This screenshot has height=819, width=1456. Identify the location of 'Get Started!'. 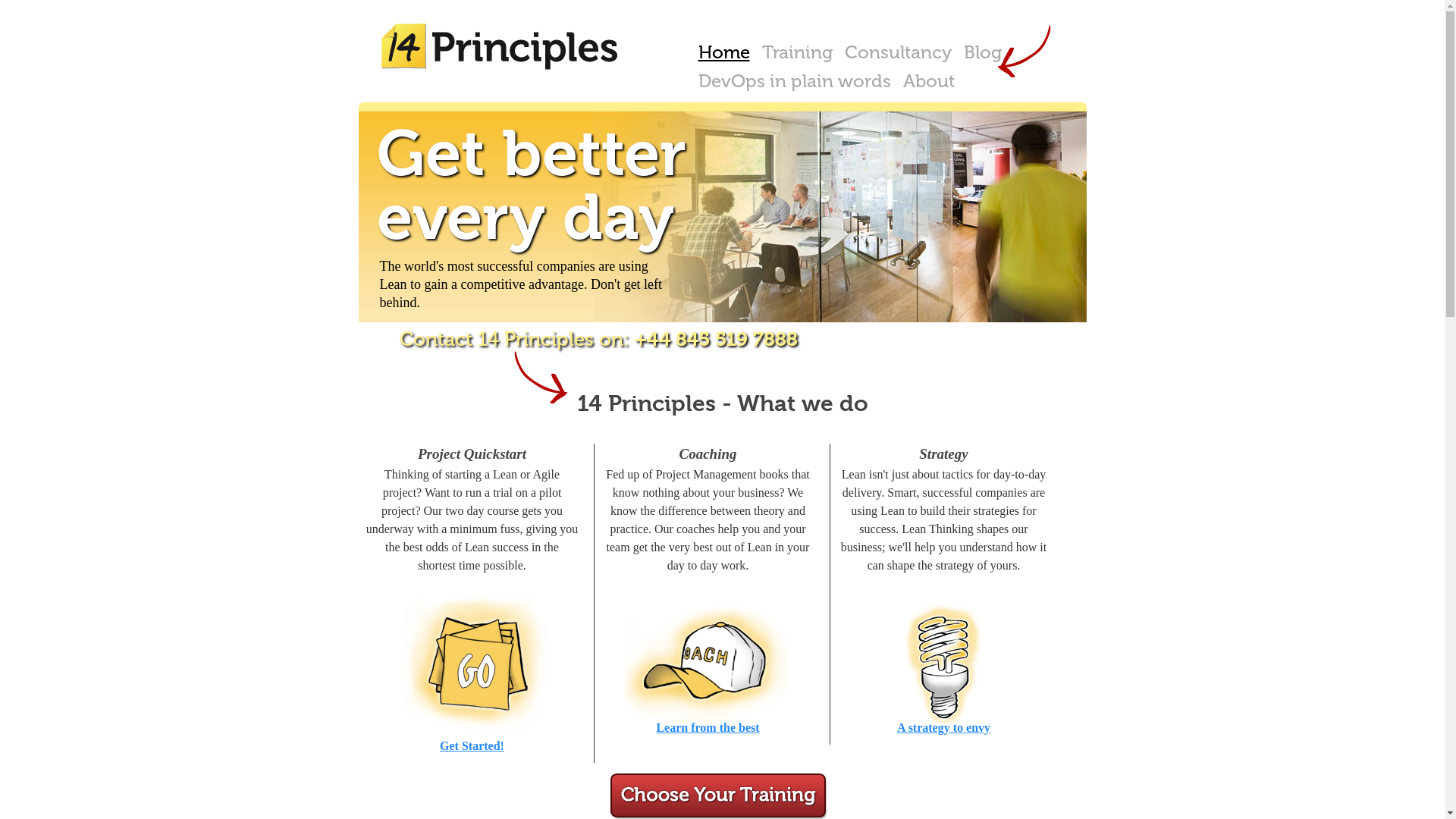
(439, 744).